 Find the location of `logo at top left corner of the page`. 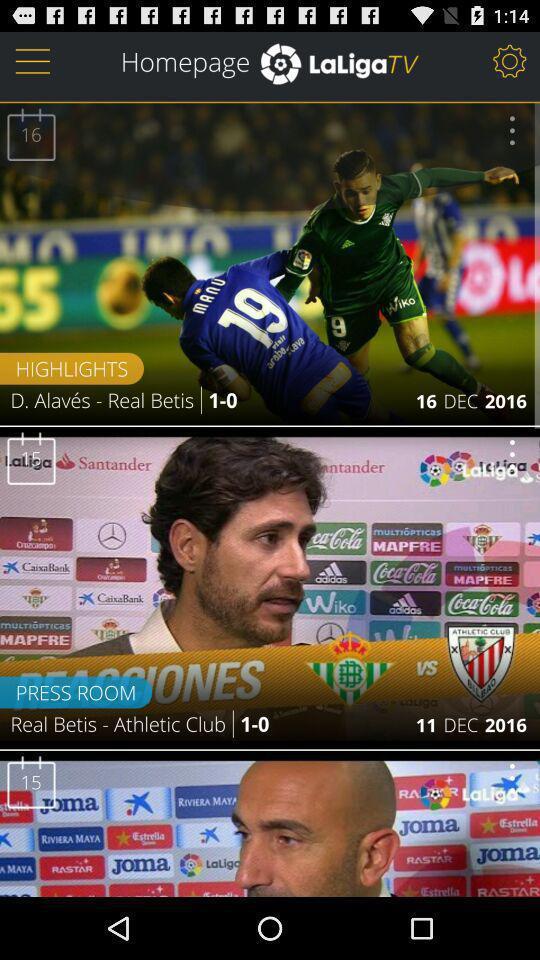

logo at top left corner of the page is located at coordinates (31, 59).